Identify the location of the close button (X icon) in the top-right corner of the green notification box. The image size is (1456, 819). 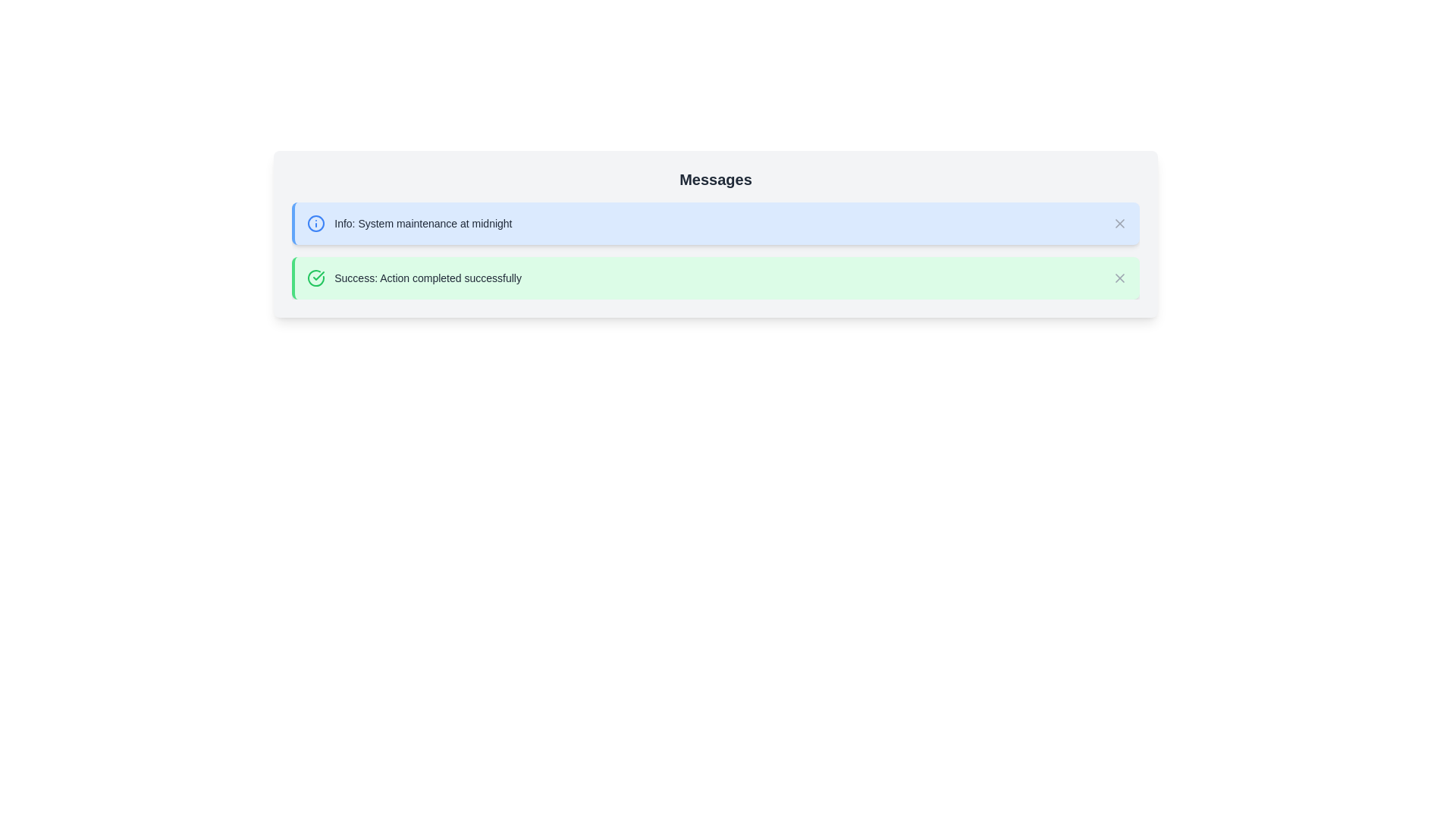
(1119, 278).